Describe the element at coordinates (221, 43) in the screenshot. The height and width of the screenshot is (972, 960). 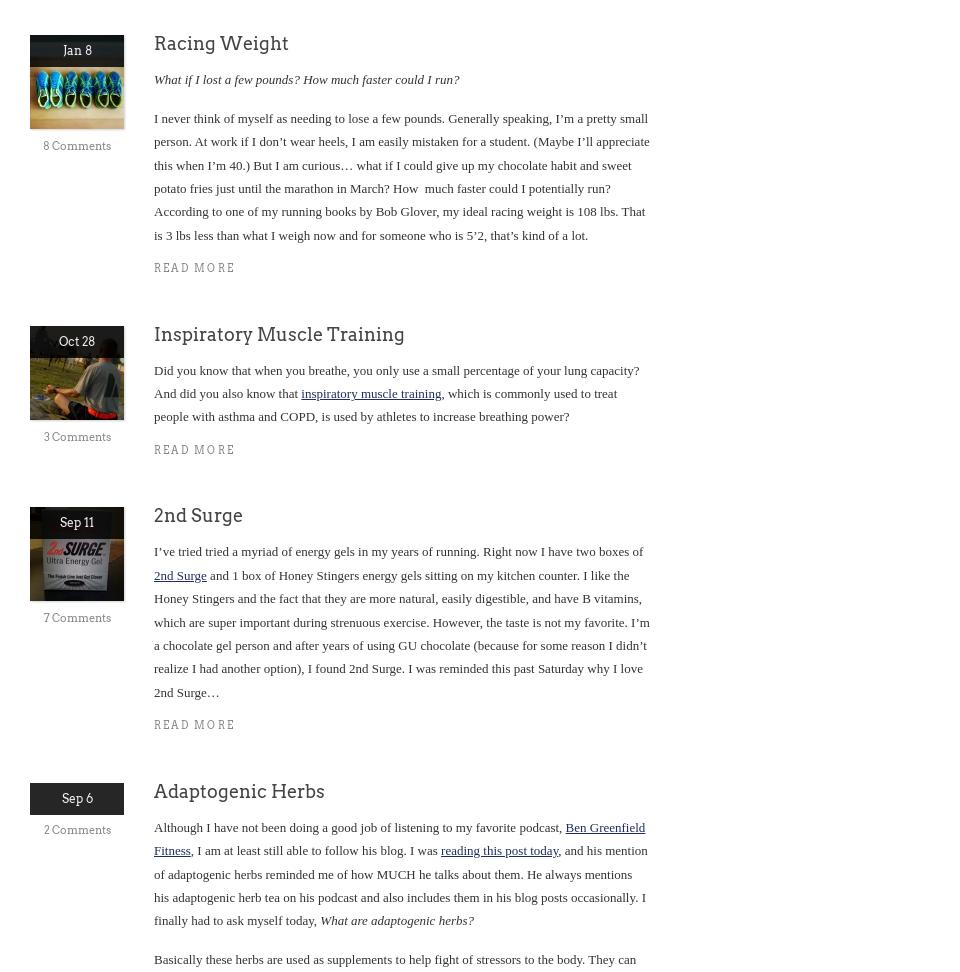
I see `'Racing Weight'` at that location.